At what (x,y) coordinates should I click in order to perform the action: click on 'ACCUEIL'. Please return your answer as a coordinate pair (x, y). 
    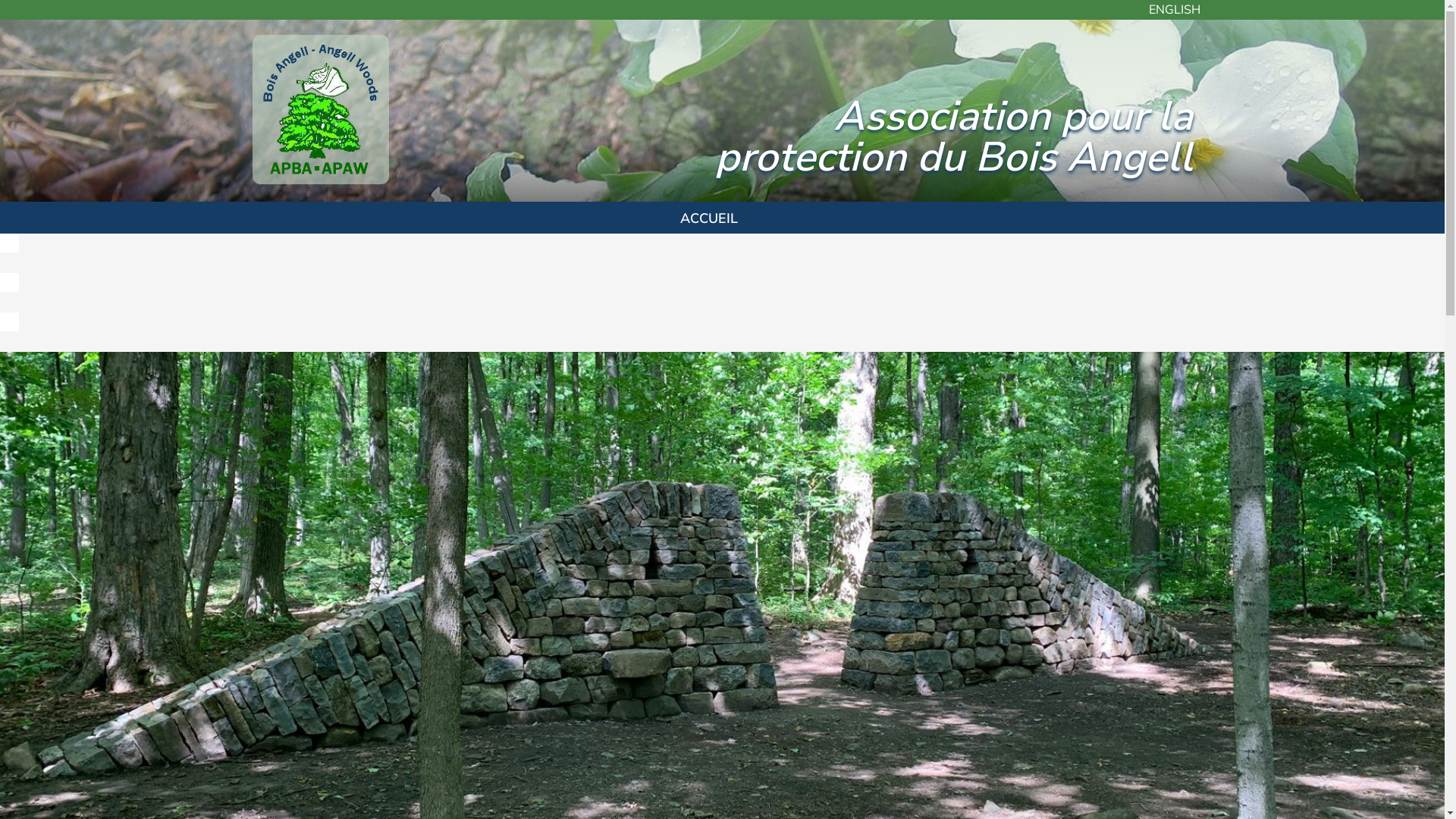
    Looking at the image, I should click on (708, 217).